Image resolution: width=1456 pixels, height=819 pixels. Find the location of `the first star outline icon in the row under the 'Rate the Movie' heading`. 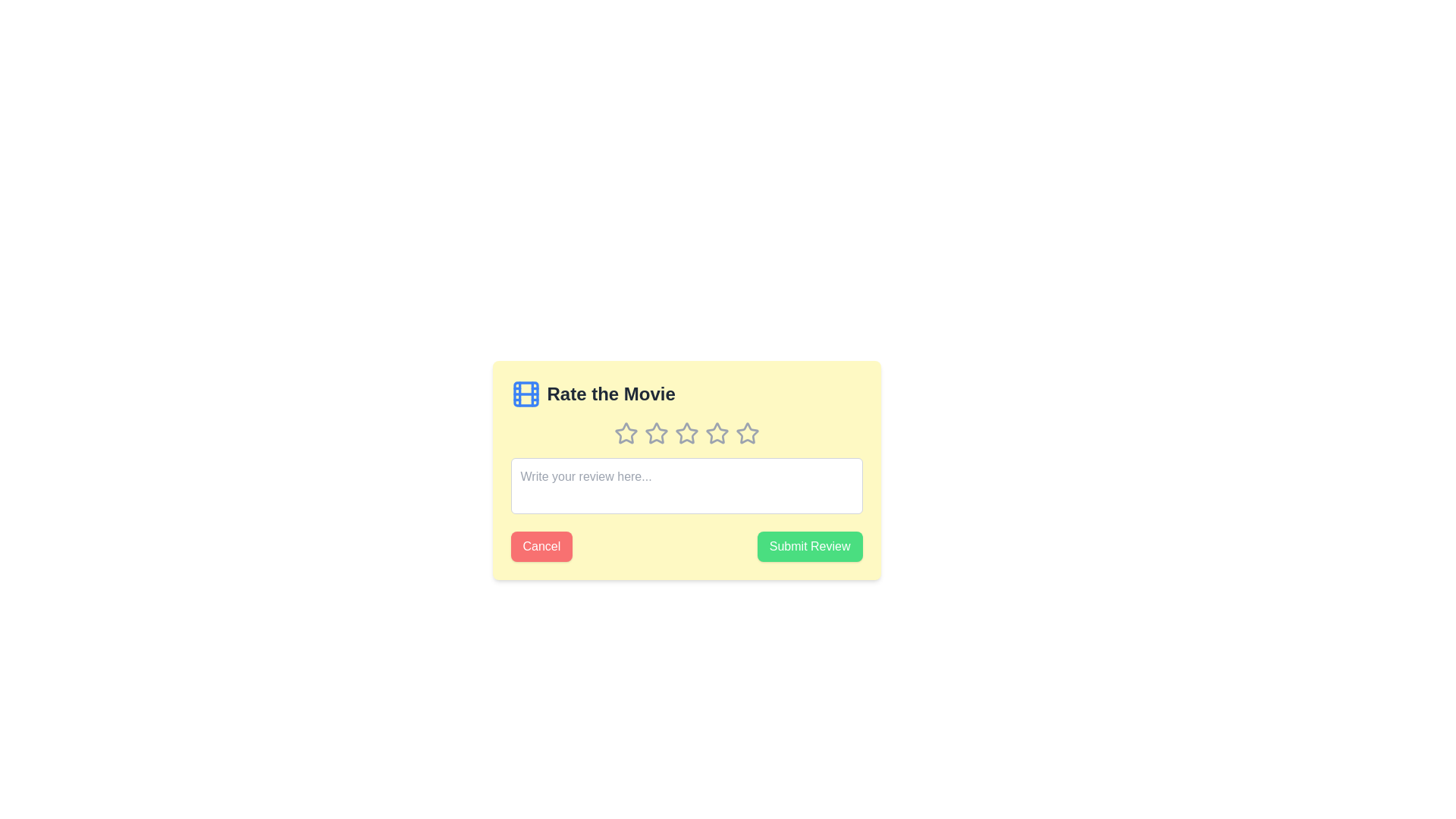

the first star outline icon in the row under the 'Rate the Movie' heading is located at coordinates (626, 433).